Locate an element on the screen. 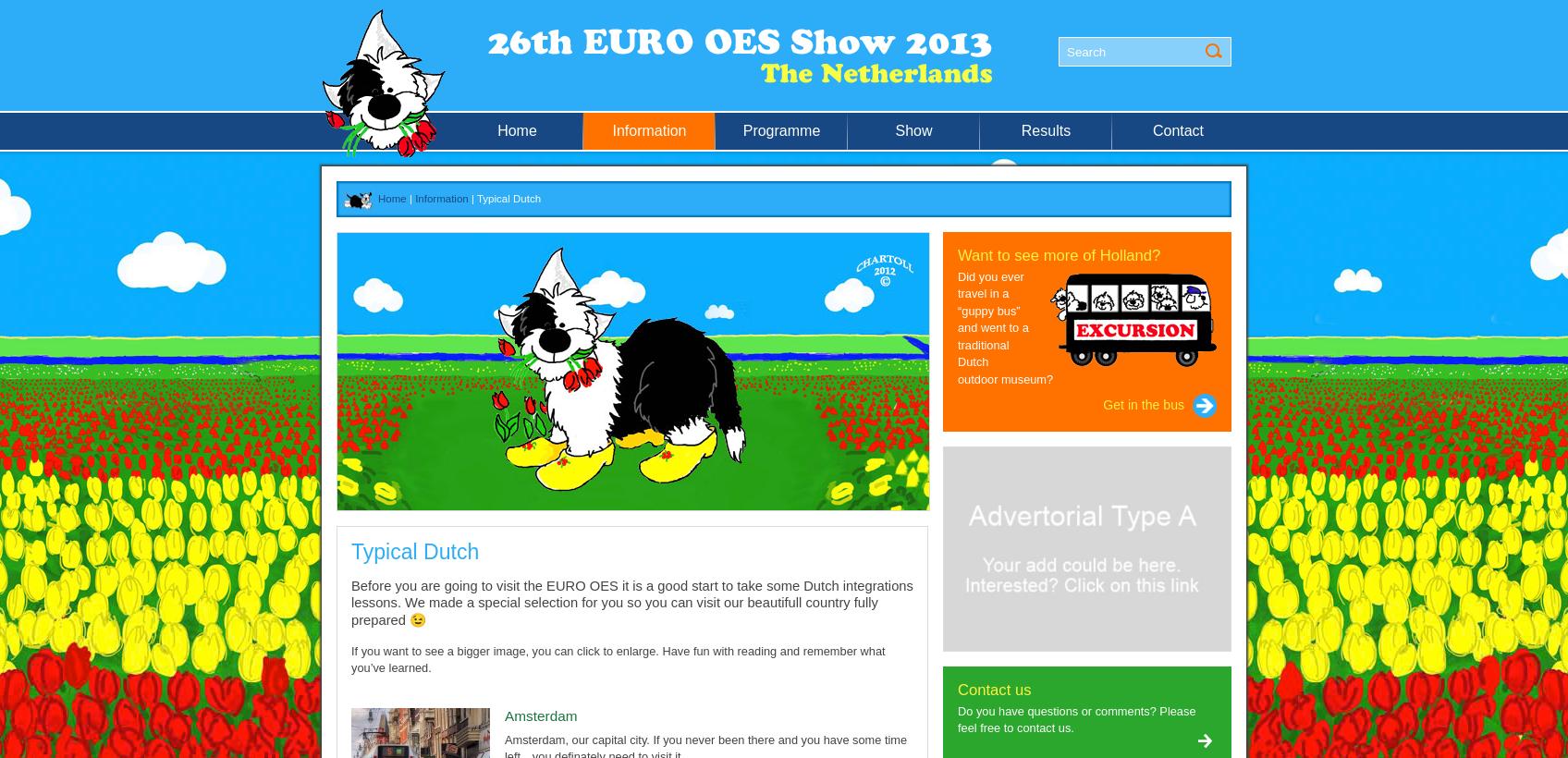  'Do you have questions or comments? Please feel free to contact us.' is located at coordinates (1076, 719).